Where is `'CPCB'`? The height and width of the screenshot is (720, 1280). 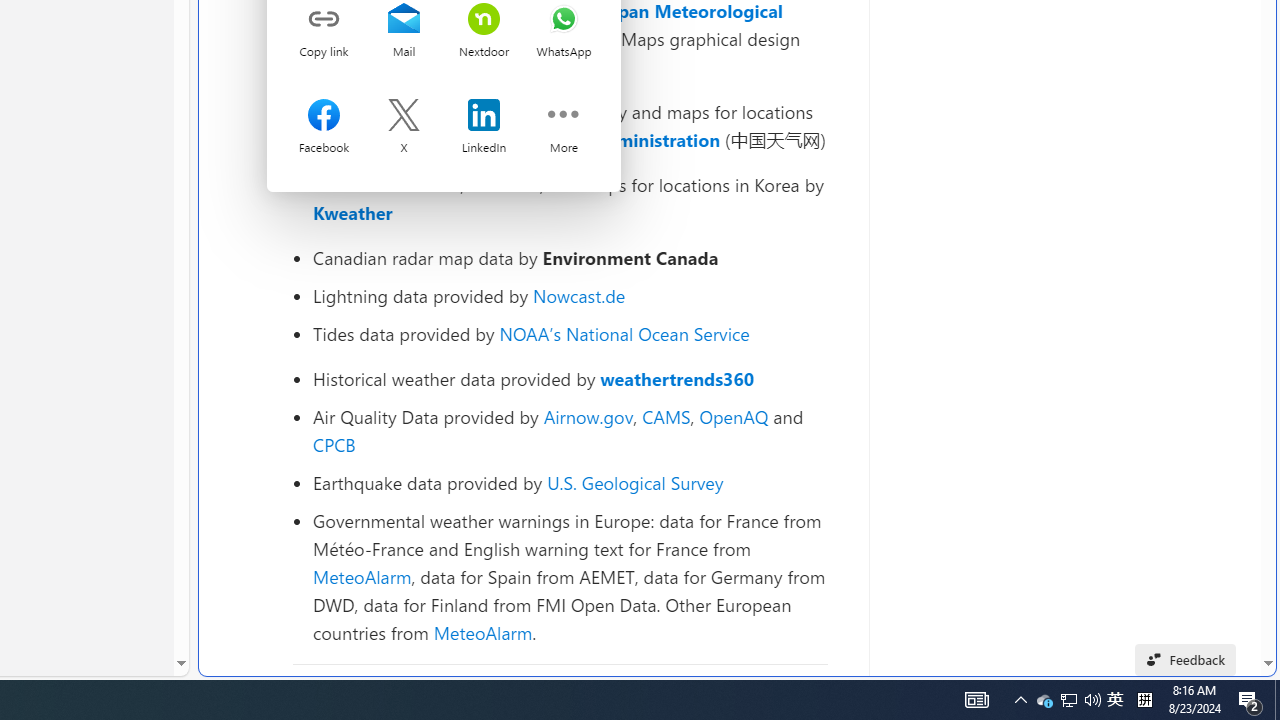 'CPCB' is located at coordinates (334, 443).